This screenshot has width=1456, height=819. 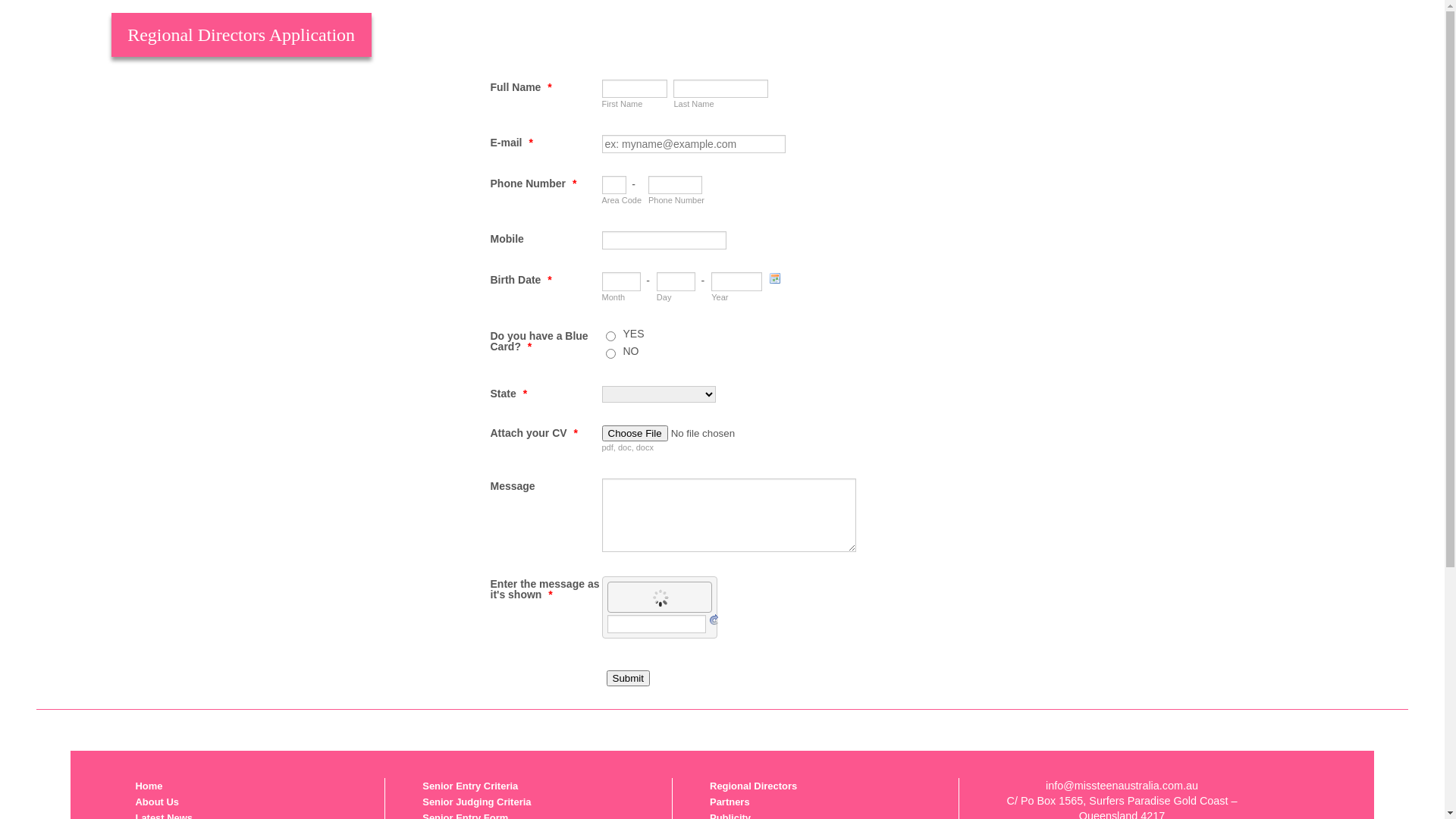 I want to click on 'Submit', so click(x=628, y=677).